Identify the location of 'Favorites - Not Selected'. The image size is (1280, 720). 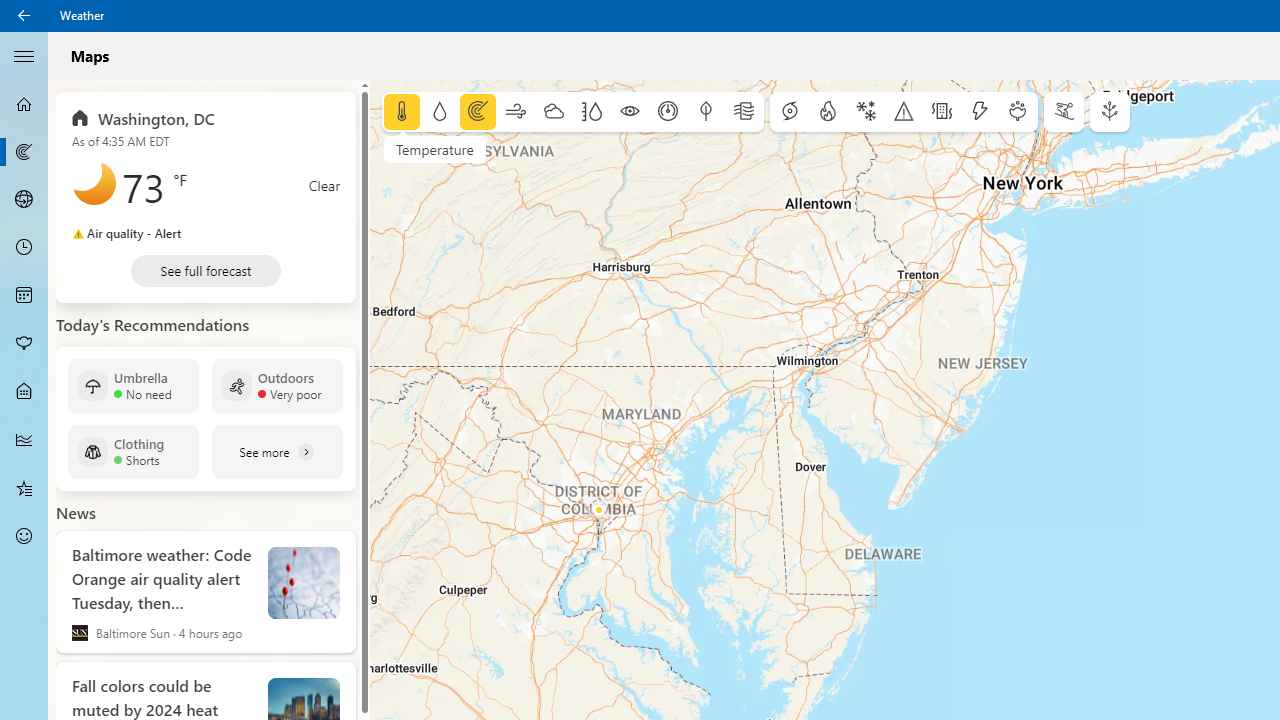
(24, 487).